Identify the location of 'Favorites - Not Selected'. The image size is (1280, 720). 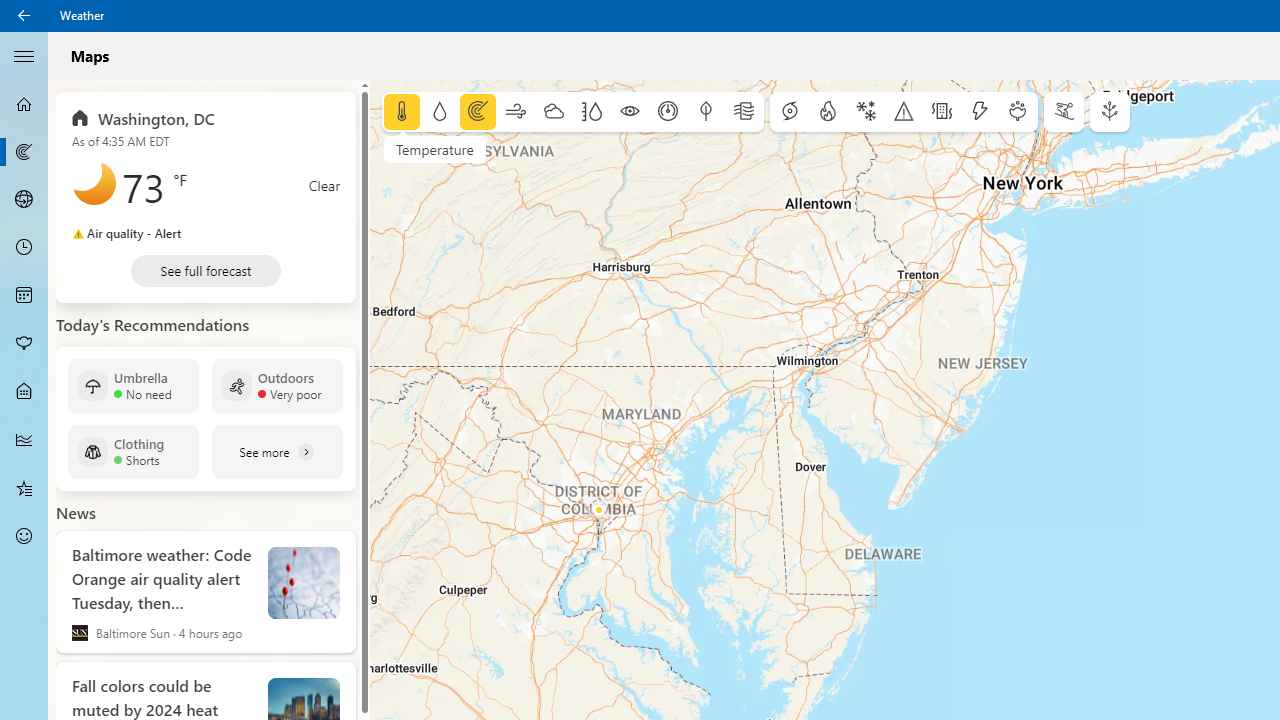
(24, 487).